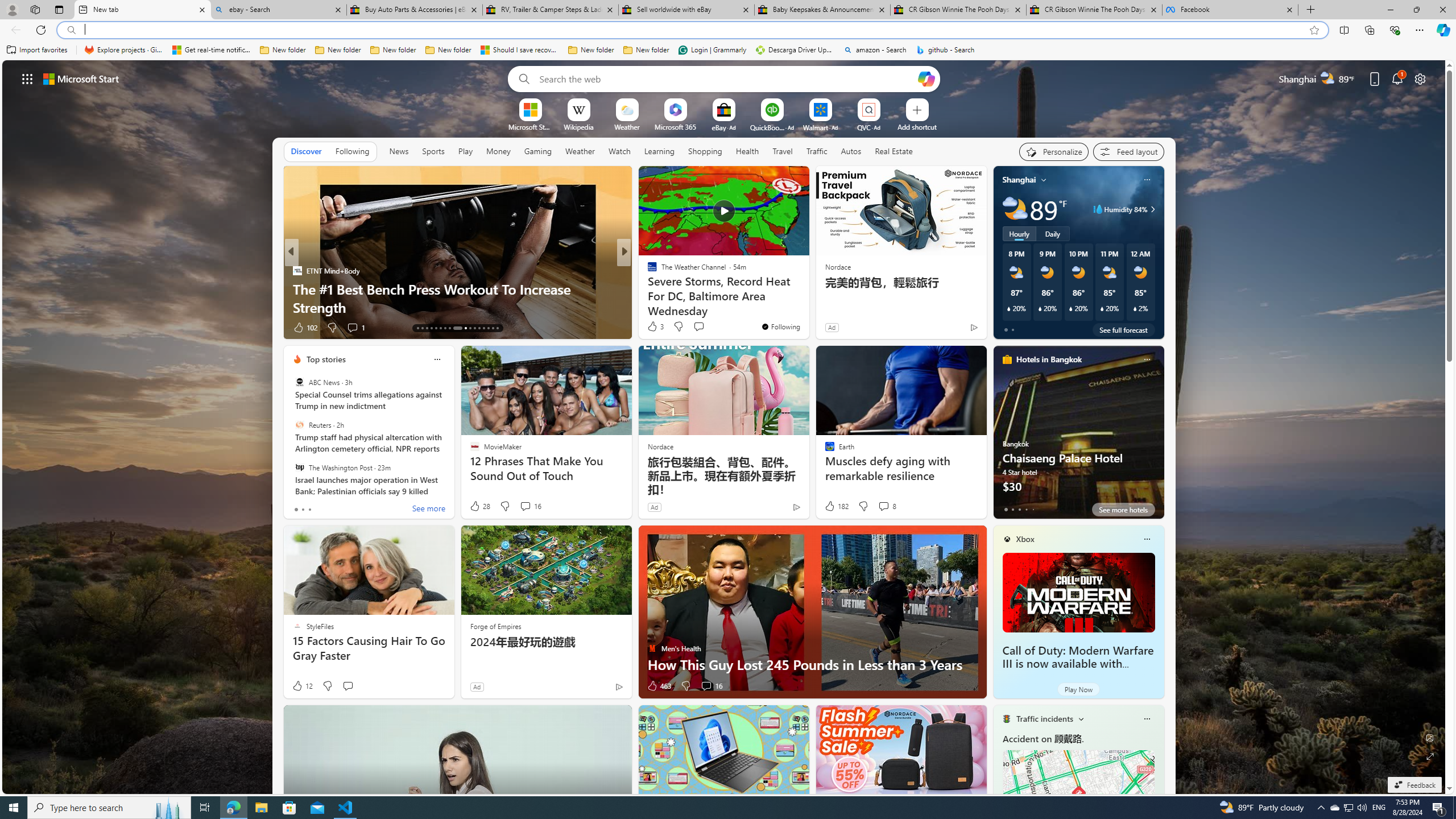 The height and width of the screenshot is (819, 1456). I want to click on 'Expand background', so click(1430, 756).